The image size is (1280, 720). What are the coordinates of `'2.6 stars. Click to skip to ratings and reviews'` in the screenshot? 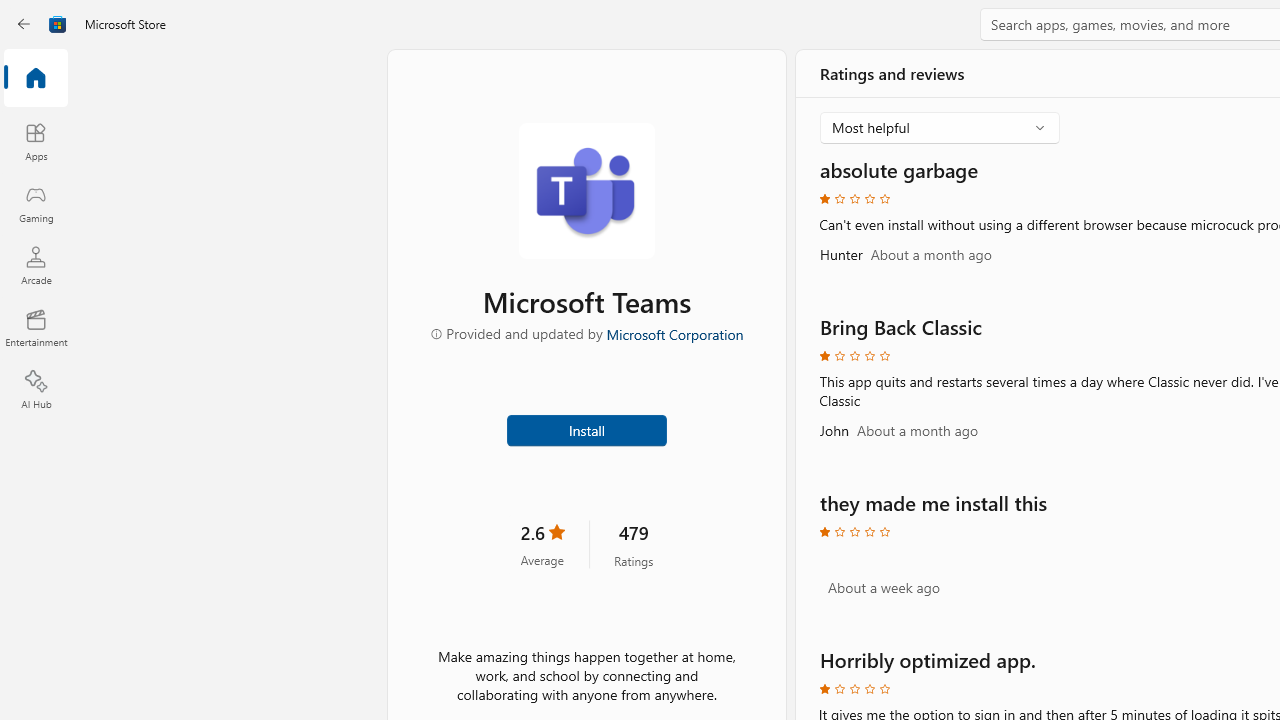 It's located at (542, 543).